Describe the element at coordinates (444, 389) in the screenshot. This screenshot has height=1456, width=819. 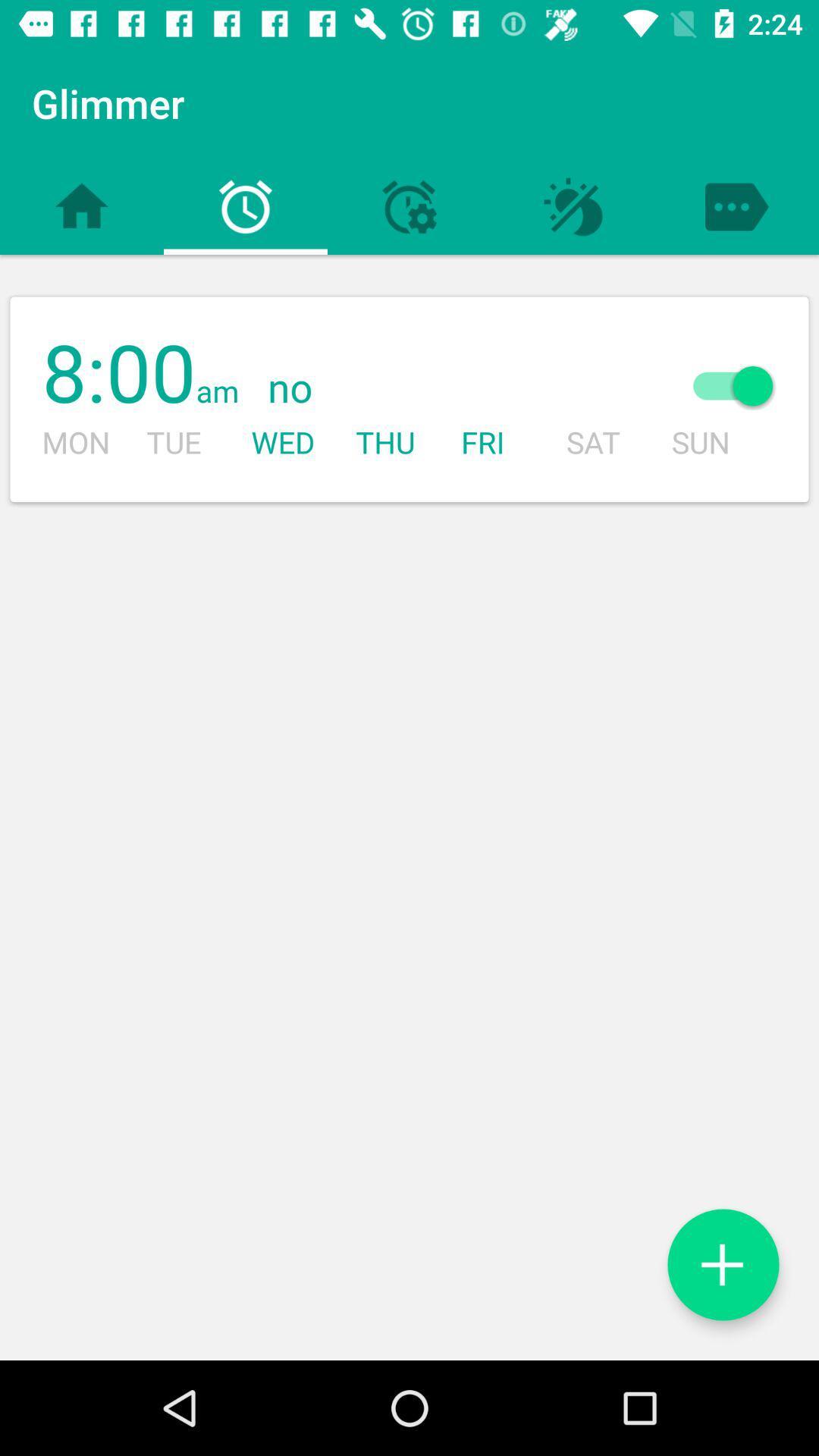
I see `the item next to am` at that location.